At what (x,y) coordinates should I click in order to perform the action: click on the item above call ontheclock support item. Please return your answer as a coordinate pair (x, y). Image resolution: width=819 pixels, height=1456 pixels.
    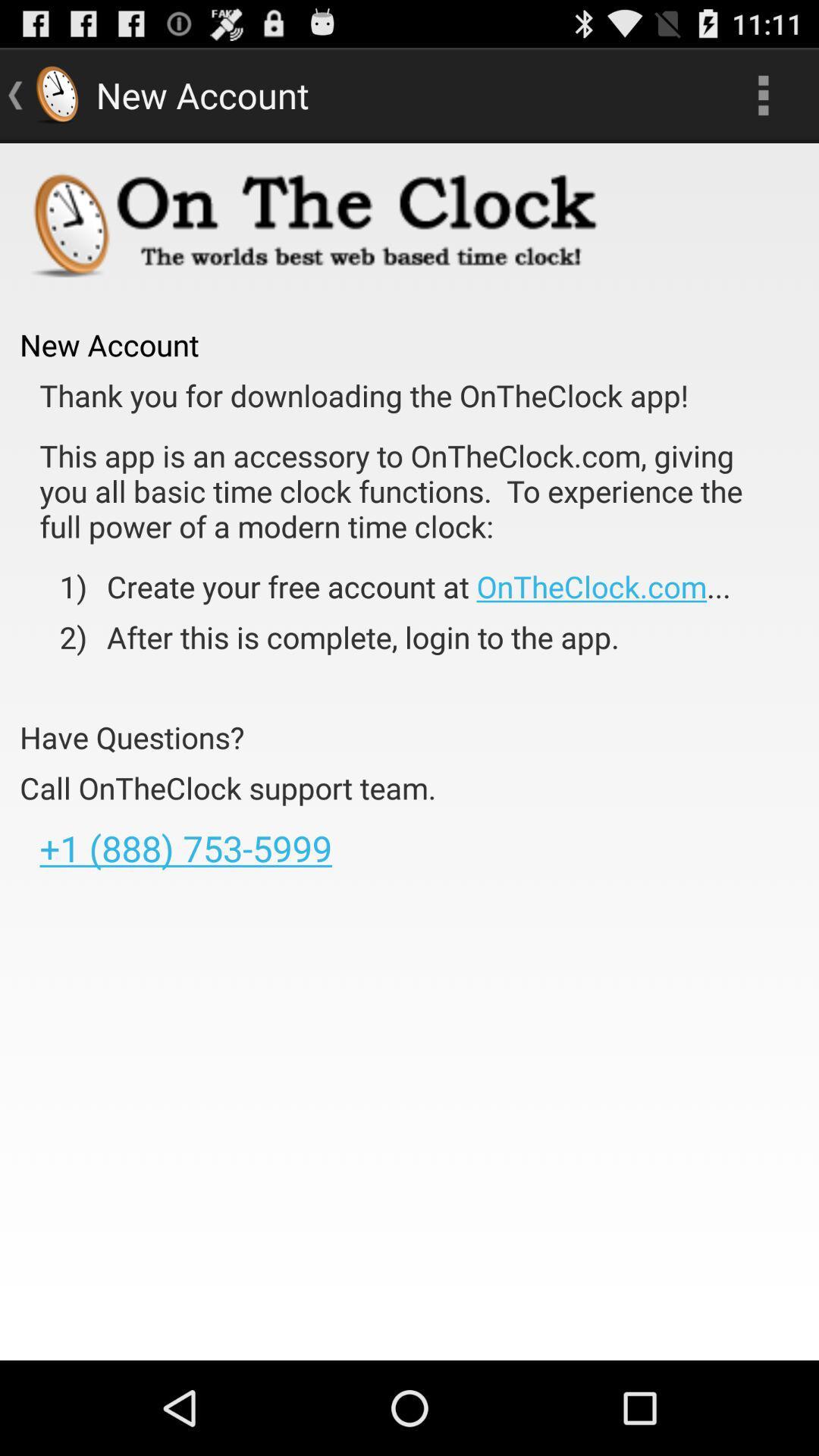
    Looking at the image, I should click on (131, 737).